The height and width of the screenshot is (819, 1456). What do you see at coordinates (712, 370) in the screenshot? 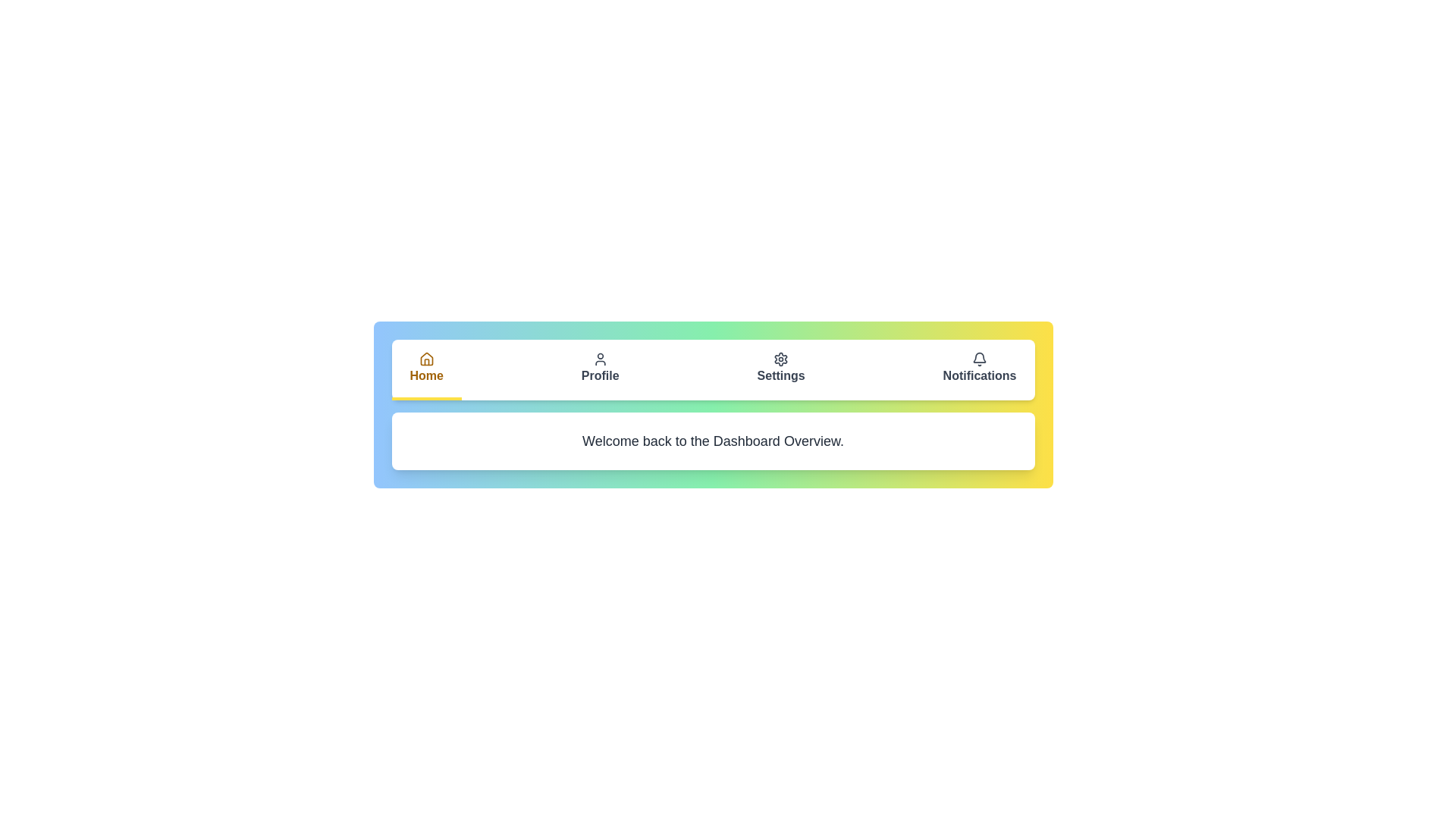
I see `the navigation bar sections` at bounding box center [712, 370].